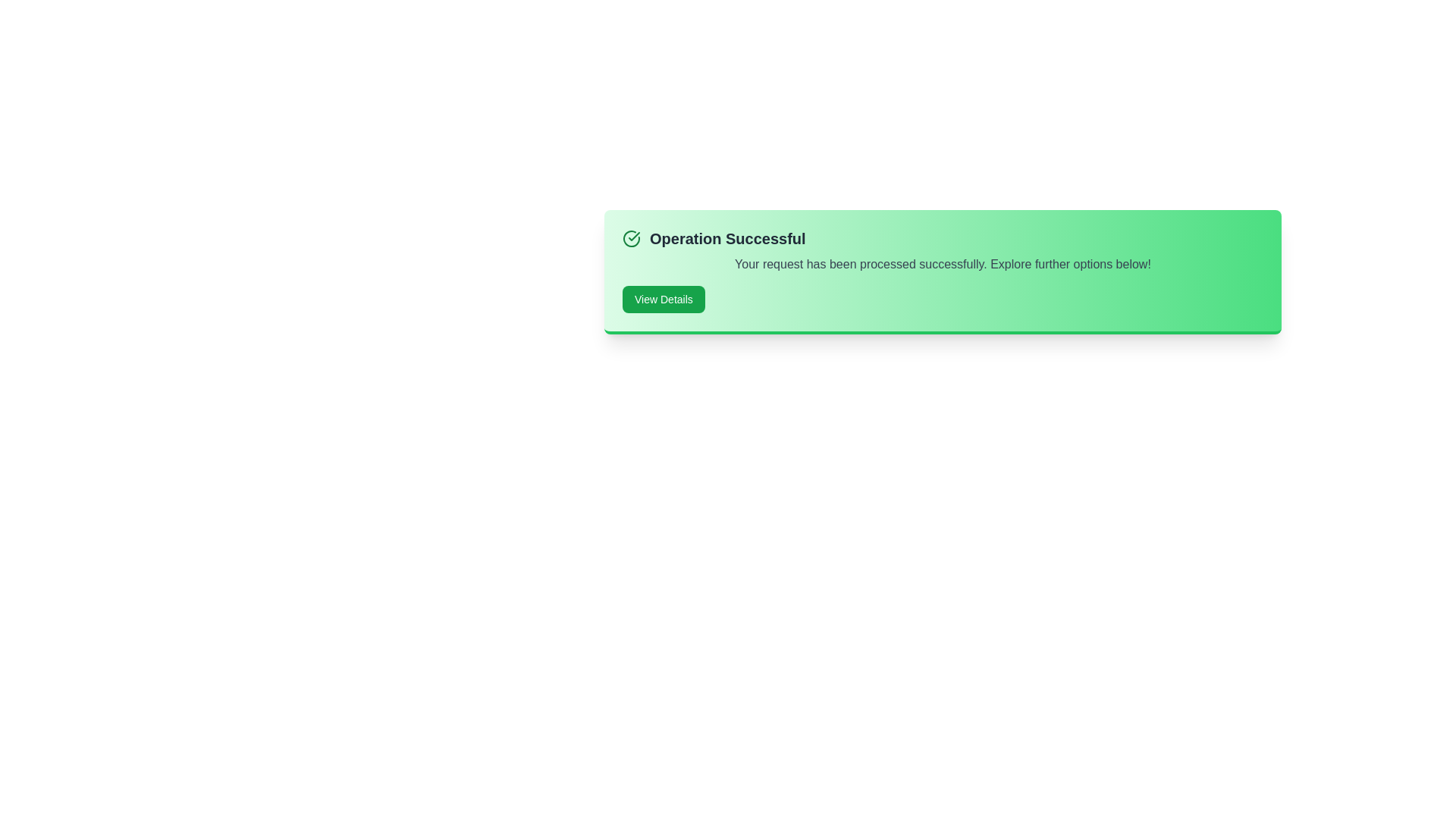 The height and width of the screenshot is (819, 1456). What do you see at coordinates (622, 254) in the screenshot?
I see `the alert description text within the bounds of the description element` at bounding box center [622, 254].